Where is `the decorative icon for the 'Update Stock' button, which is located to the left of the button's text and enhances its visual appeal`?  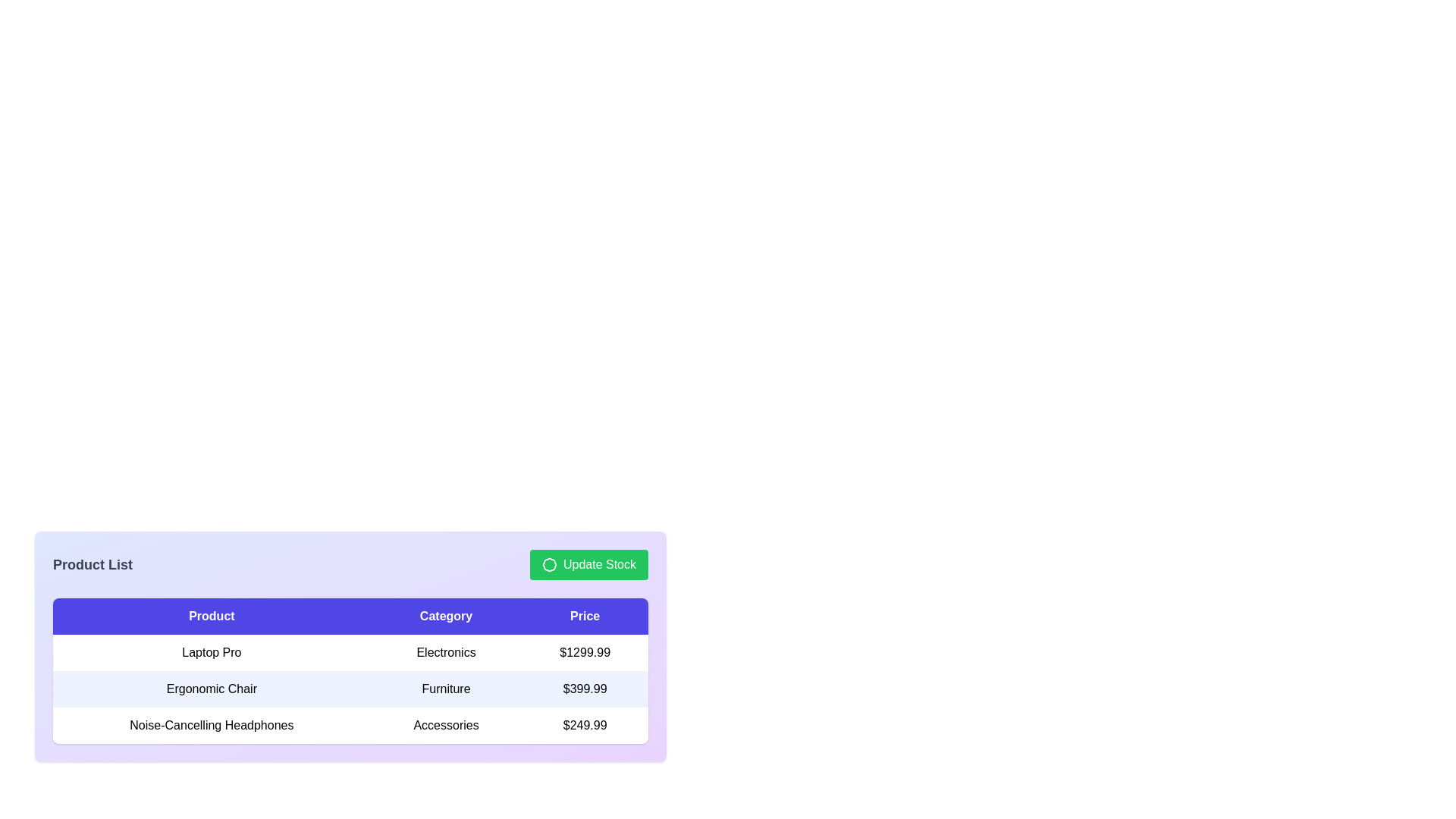 the decorative icon for the 'Update Stock' button, which is located to the left of the button's text and enhances its visual appeal is located at coordinates (548, 564).